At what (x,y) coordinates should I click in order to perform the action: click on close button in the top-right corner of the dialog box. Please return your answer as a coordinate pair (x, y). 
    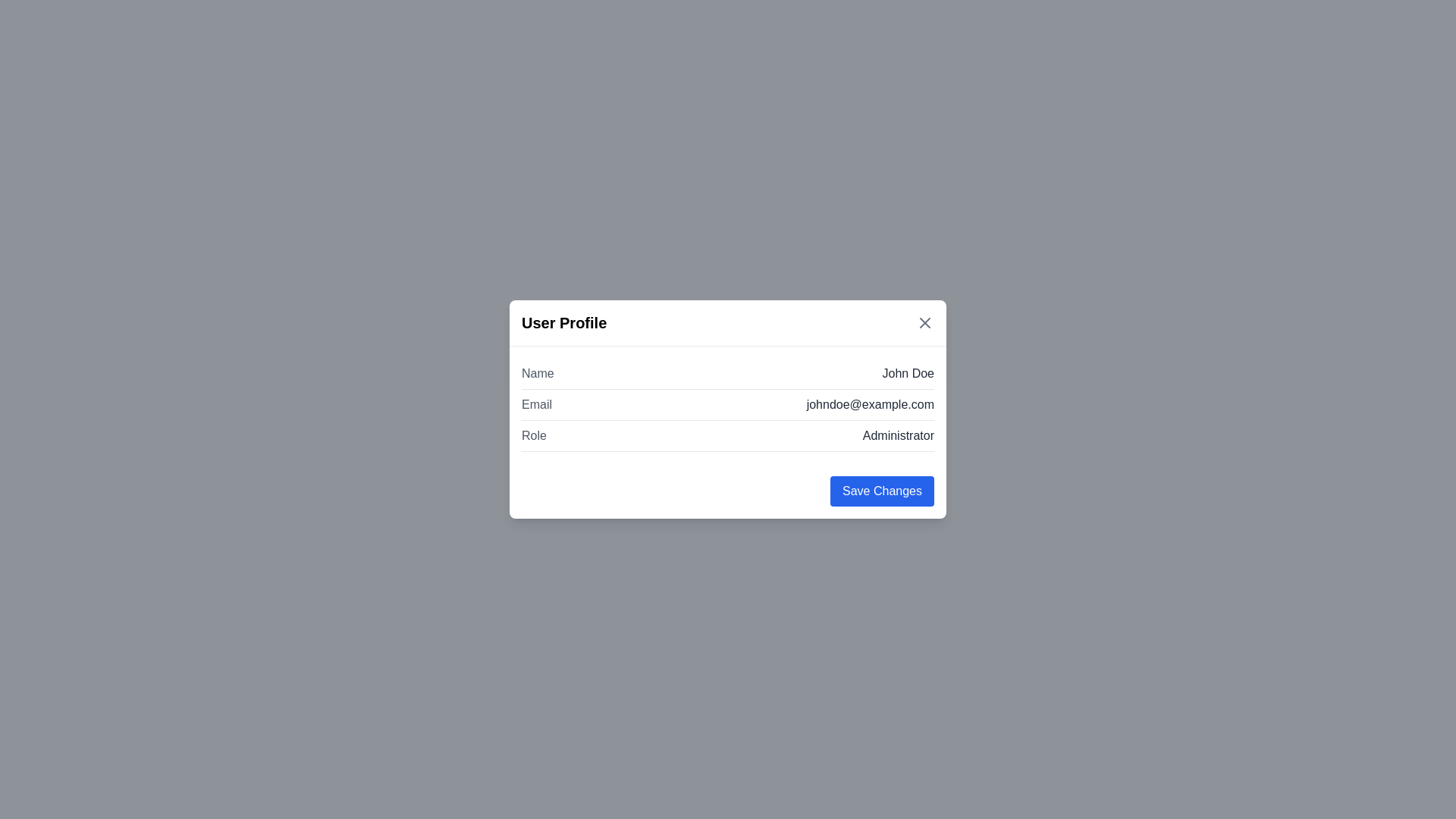
    Looking at the image, I should click on (924, 322).